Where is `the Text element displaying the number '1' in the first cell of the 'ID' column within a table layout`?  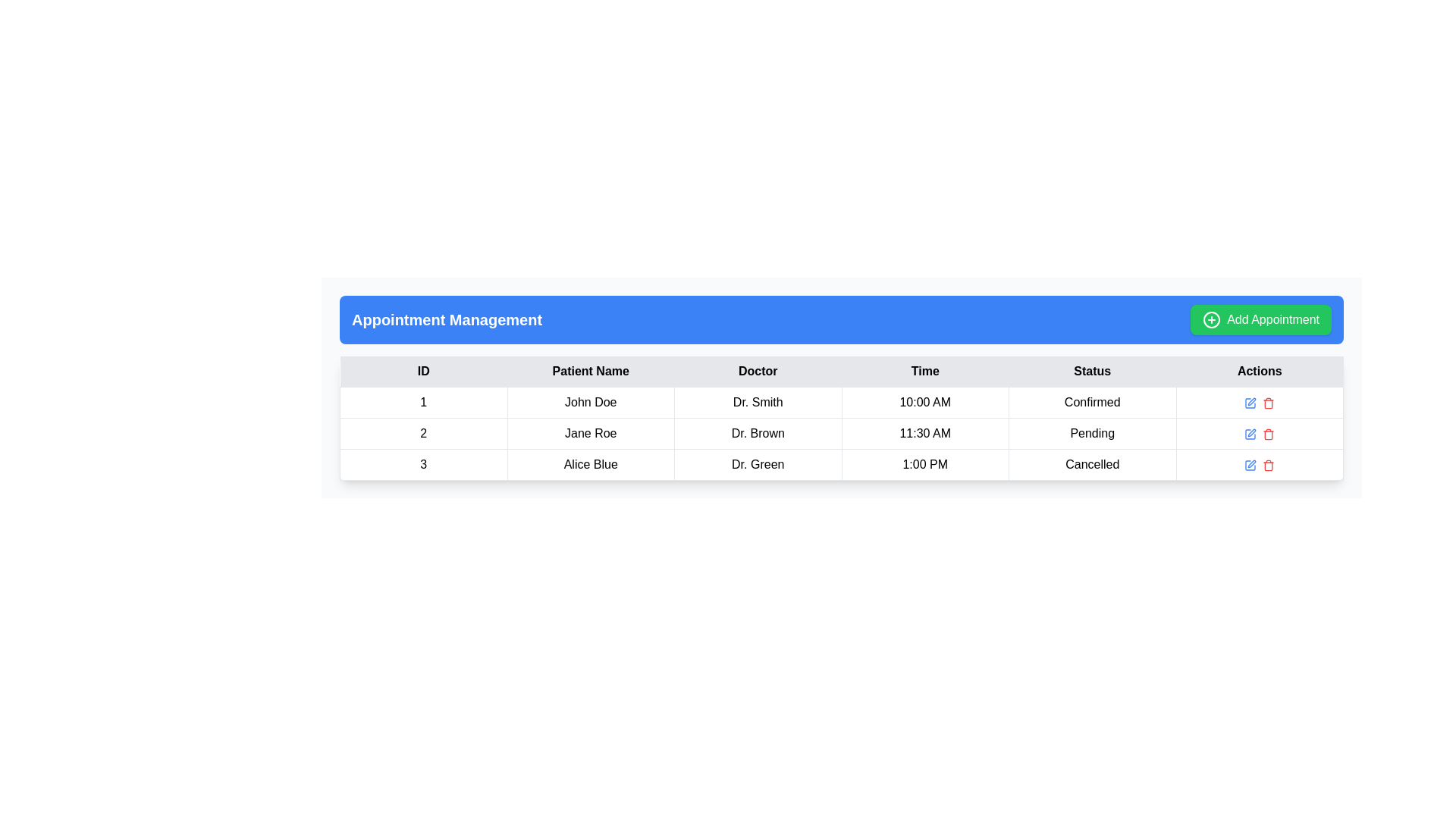
the Text element displaying the number '1' in the first cell of the 'ID' column within a table layout is located at coordinates (423, 402).